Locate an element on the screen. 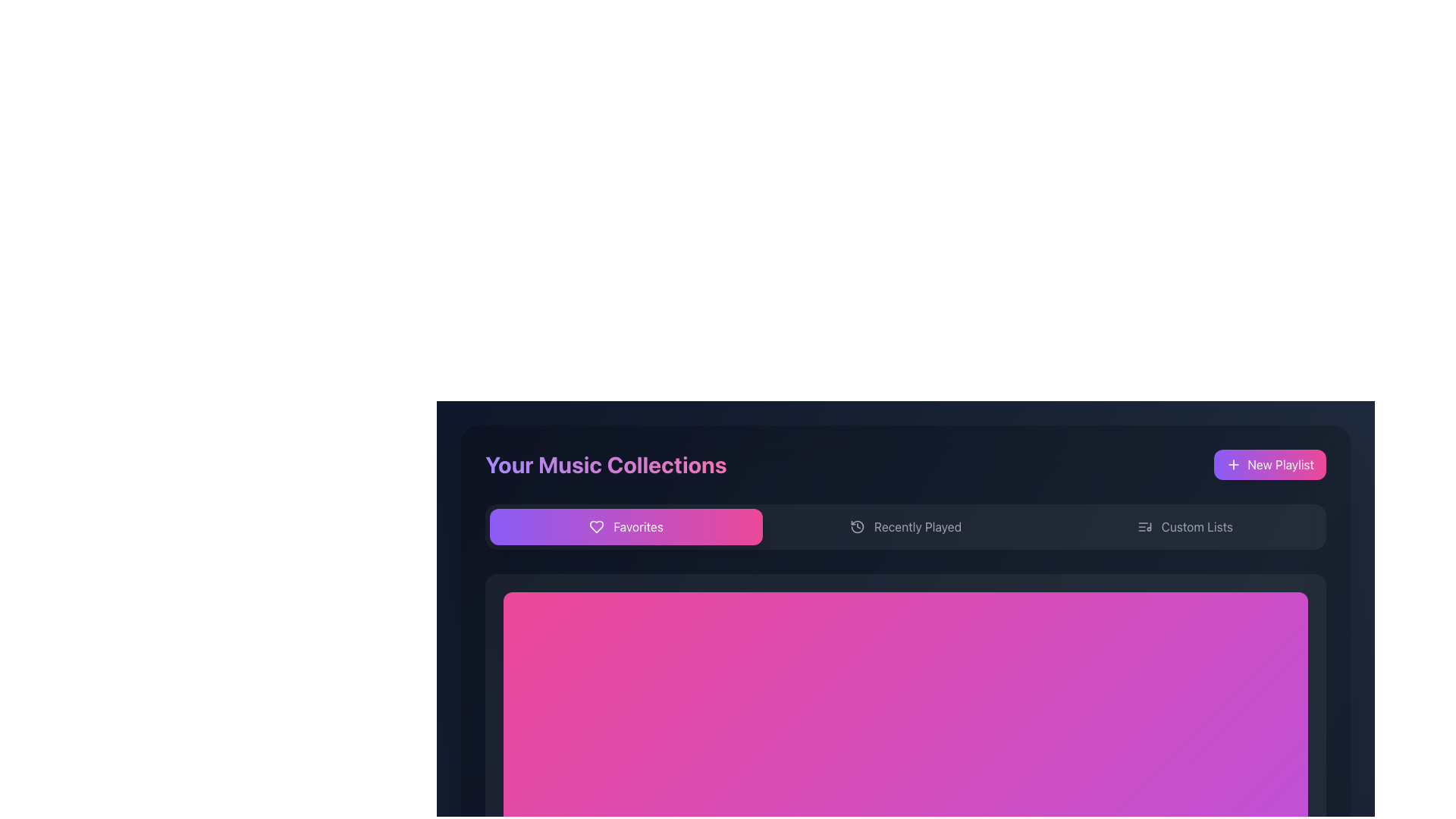  the 'Create New Playlist' button located in the top-right corner of the 'Your Music Collections' section is located at coordinates (1270, 464).